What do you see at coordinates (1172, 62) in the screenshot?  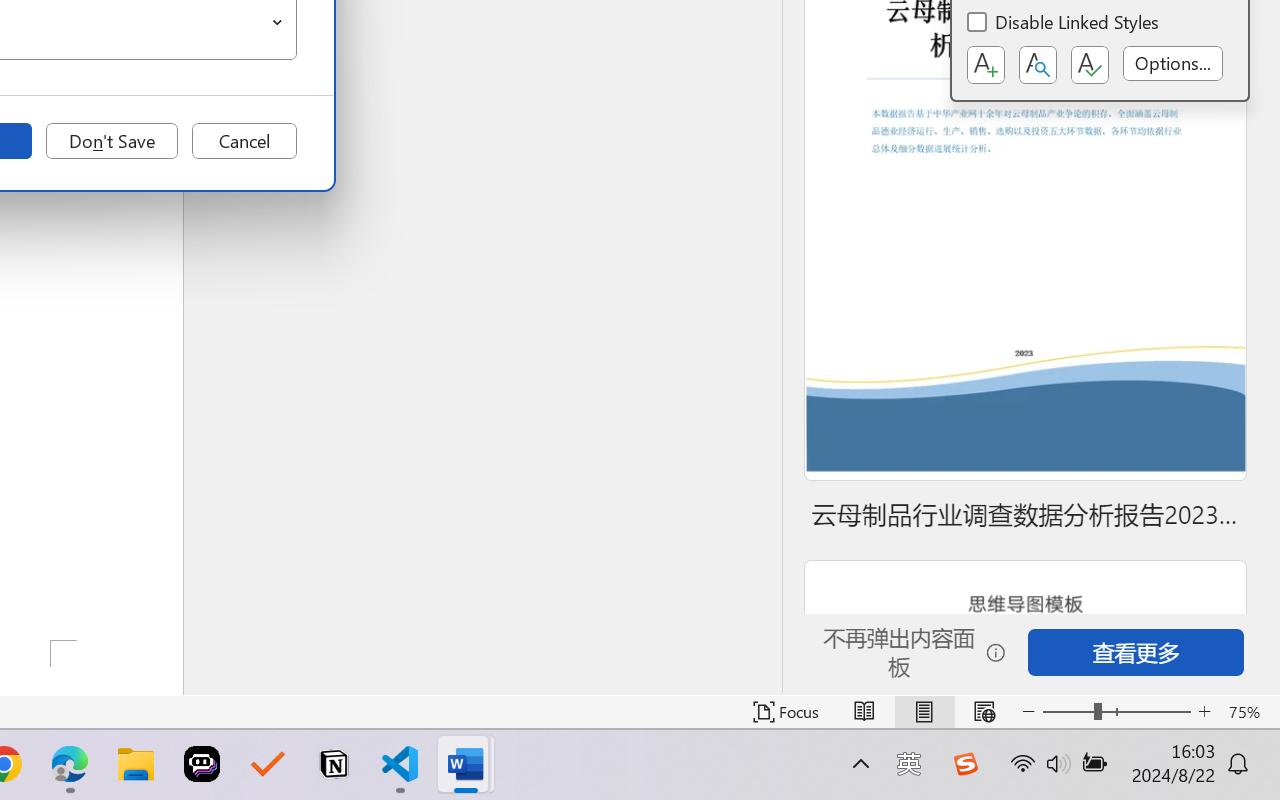 I see `'Options...'` at bounding box center [1172, 62].